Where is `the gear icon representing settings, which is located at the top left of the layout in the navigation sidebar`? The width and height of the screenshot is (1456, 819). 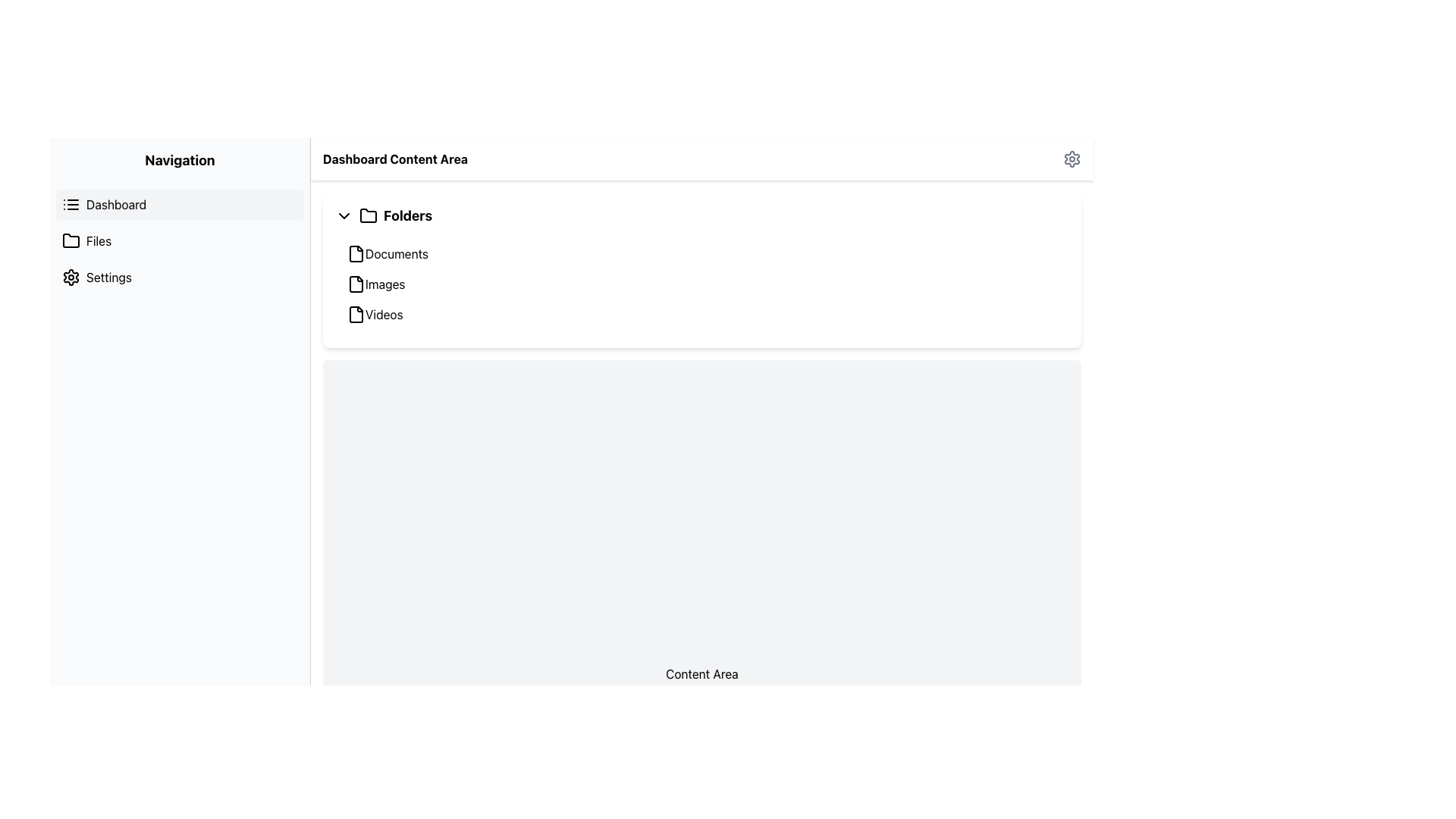 the gear icon representing settings, which is located at the top left of the layout in the navigation sidebar is located at coordinates (71, 278).